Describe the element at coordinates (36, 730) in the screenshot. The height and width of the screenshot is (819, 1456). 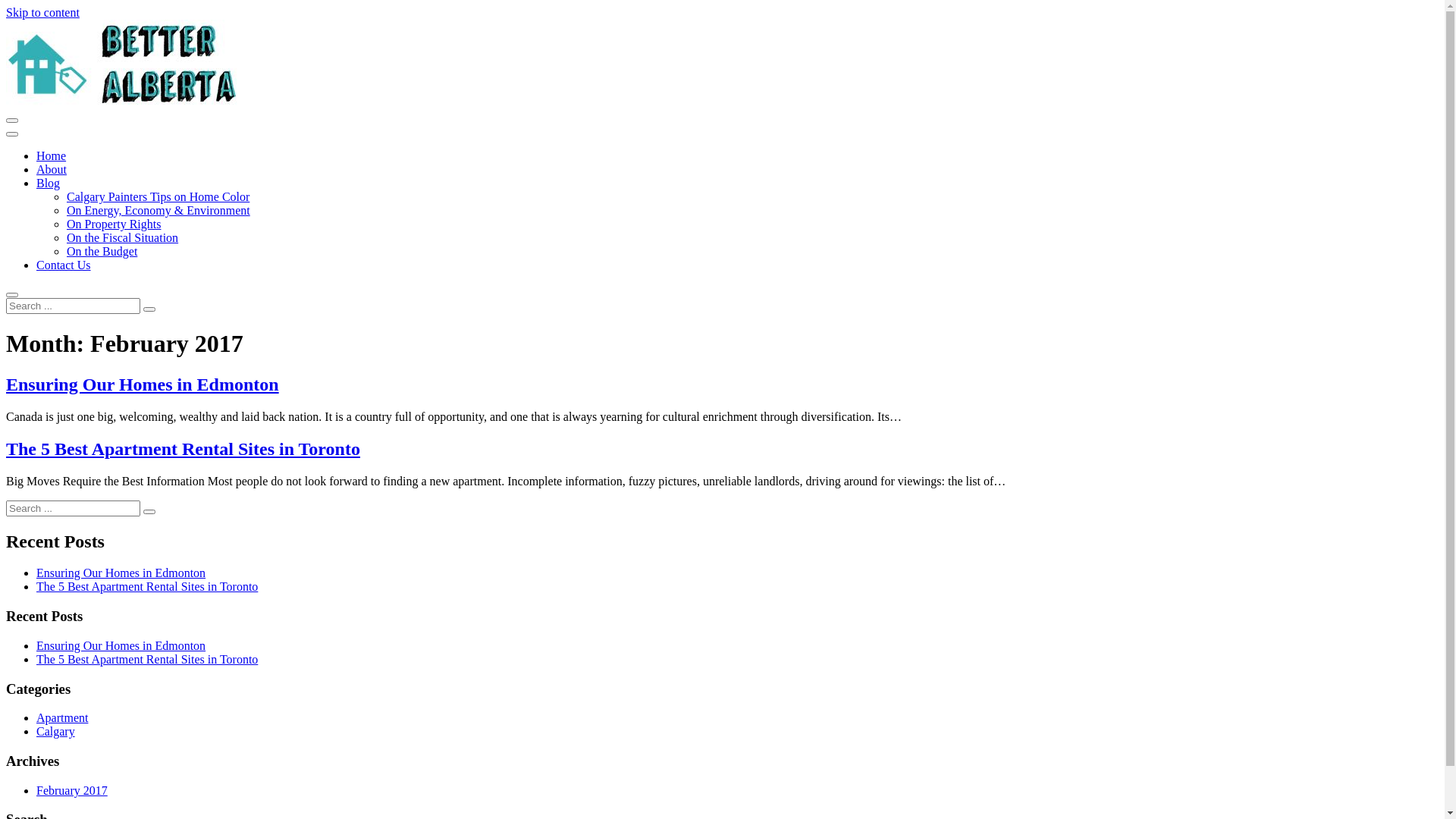
I see `'Calgary'` at that location.